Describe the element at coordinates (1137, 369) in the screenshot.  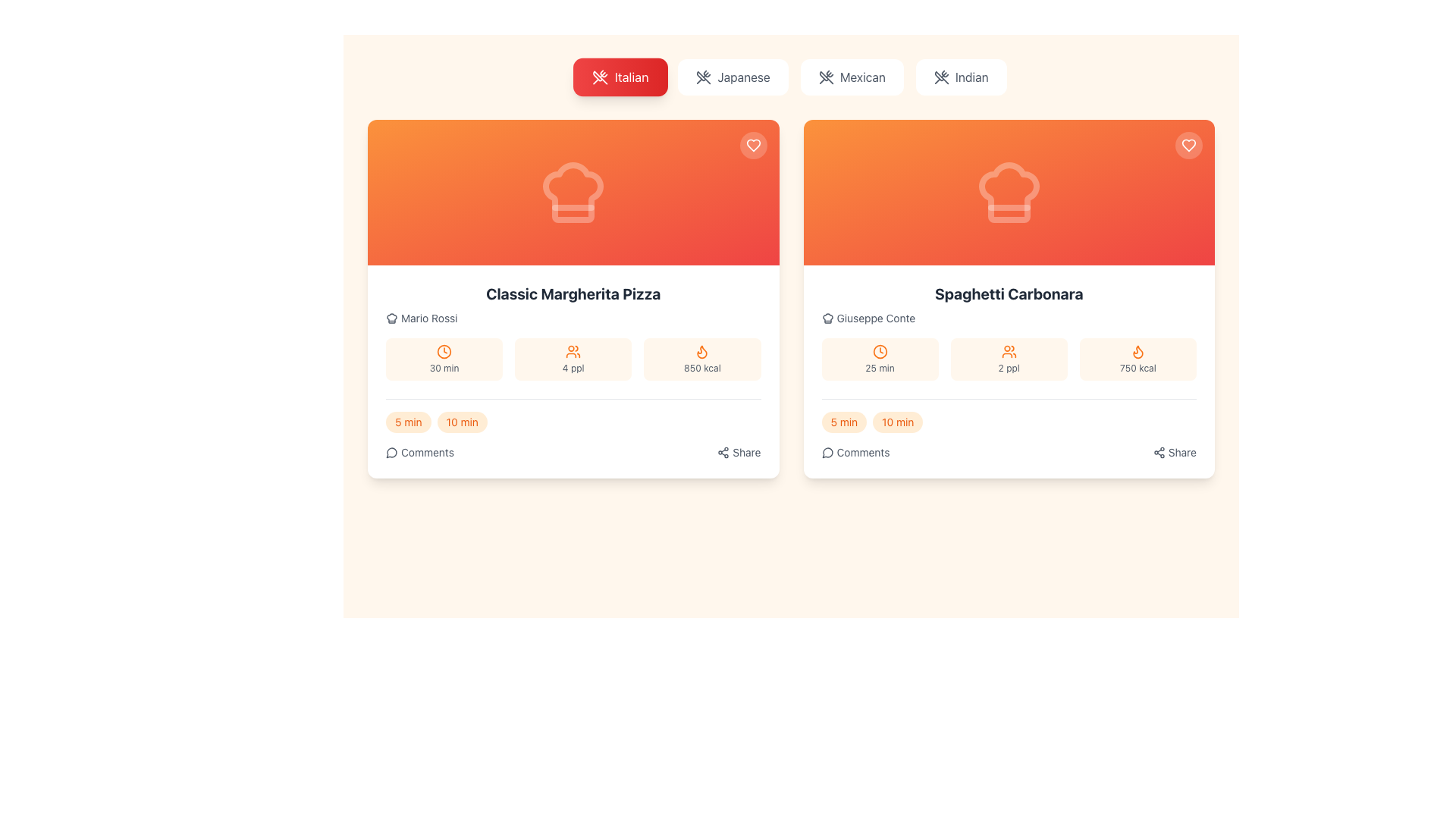
I see `the static textual label displaying '750 kcal' in gray font, located in the bottom right section of the 'Spaghetti Carbonara' card, directly below the flame icon` at that location.